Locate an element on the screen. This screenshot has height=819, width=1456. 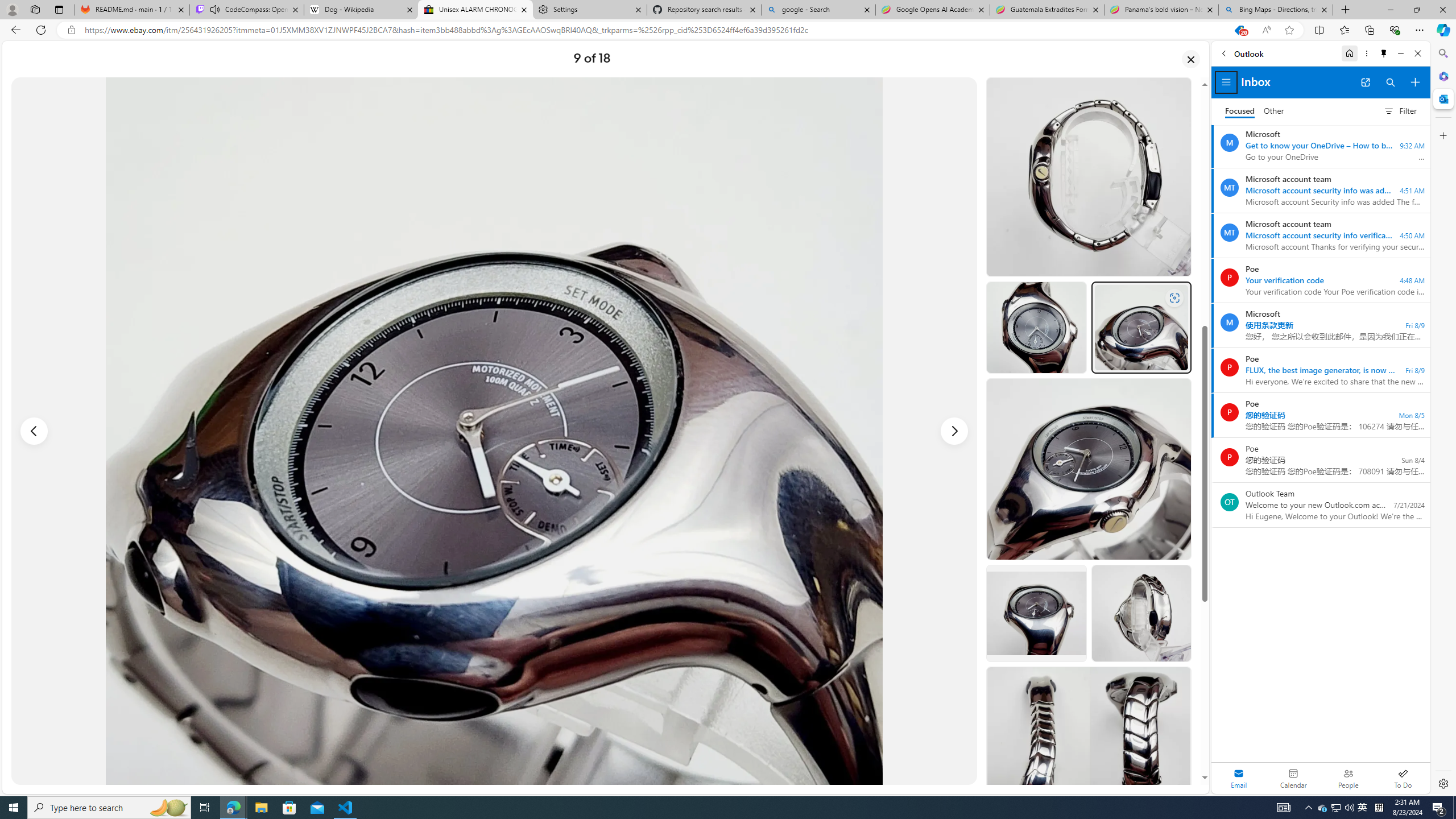
'Filter' is located at coordinates (1400, 111).